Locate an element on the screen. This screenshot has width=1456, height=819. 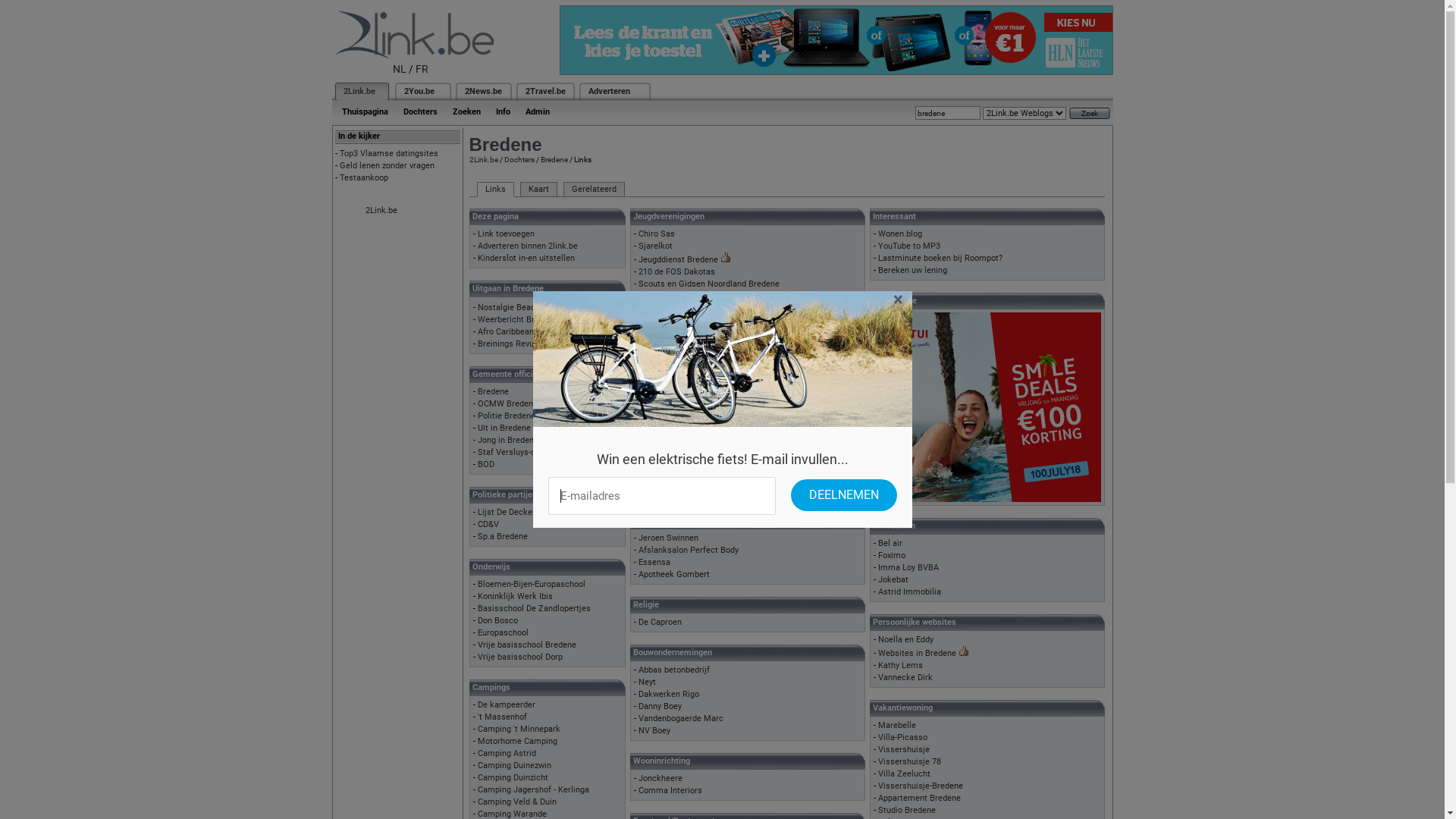
'Villa Zeelucht' is located at coordinates (904, 773).